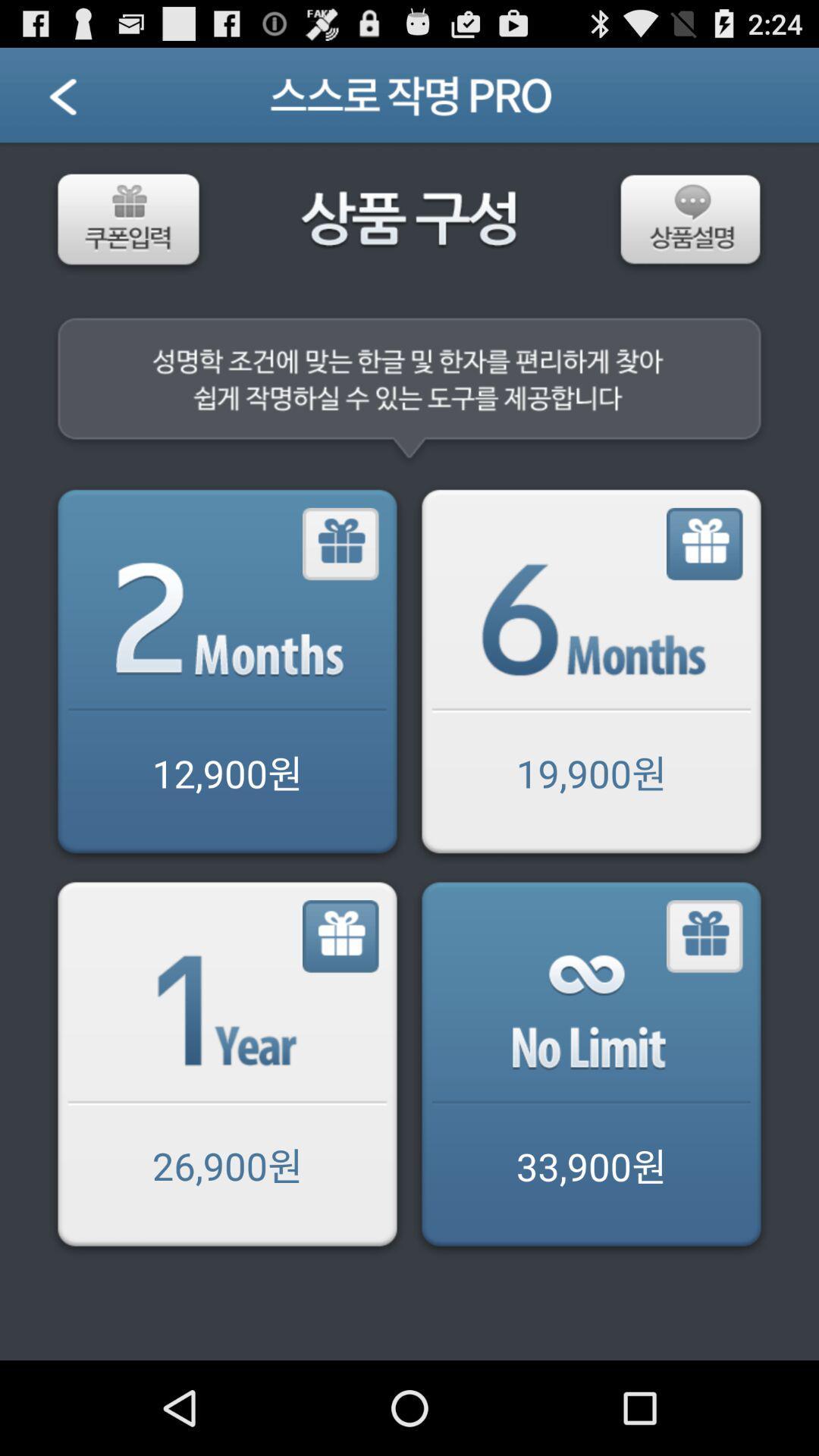  I want to click on the gift box, so click(341, 936).